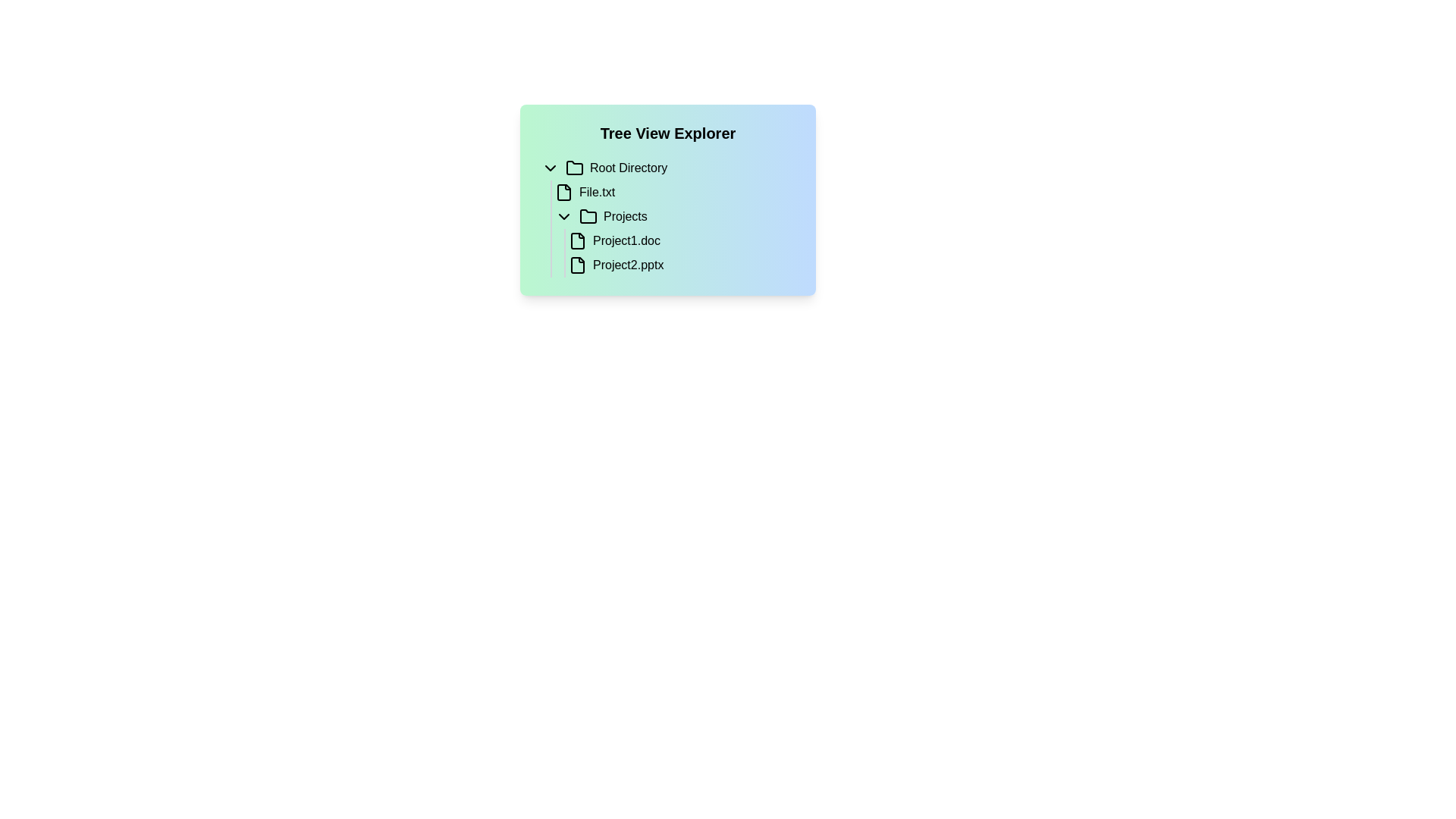 The width and height of the screenshot is (1456, 819). Describe the element at coordinates (563, 192) in the screenshot. I see `the icon representing the file entity named 'File.txt'` at that location.